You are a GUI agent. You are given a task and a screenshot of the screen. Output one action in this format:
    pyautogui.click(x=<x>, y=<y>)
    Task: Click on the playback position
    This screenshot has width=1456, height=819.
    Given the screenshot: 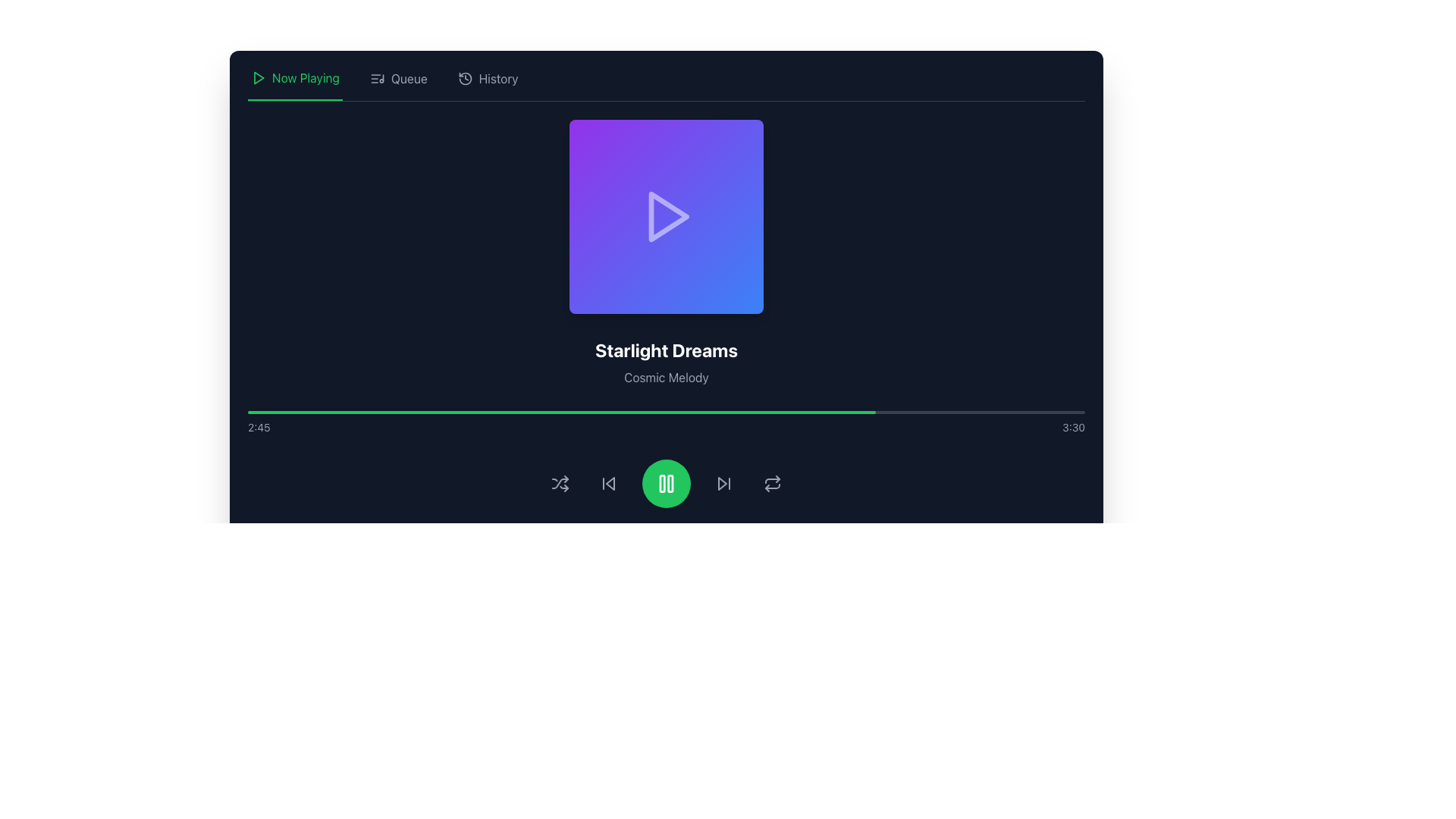 What is the action you would take?
    pyautogui.click(x=266, y=412)
    